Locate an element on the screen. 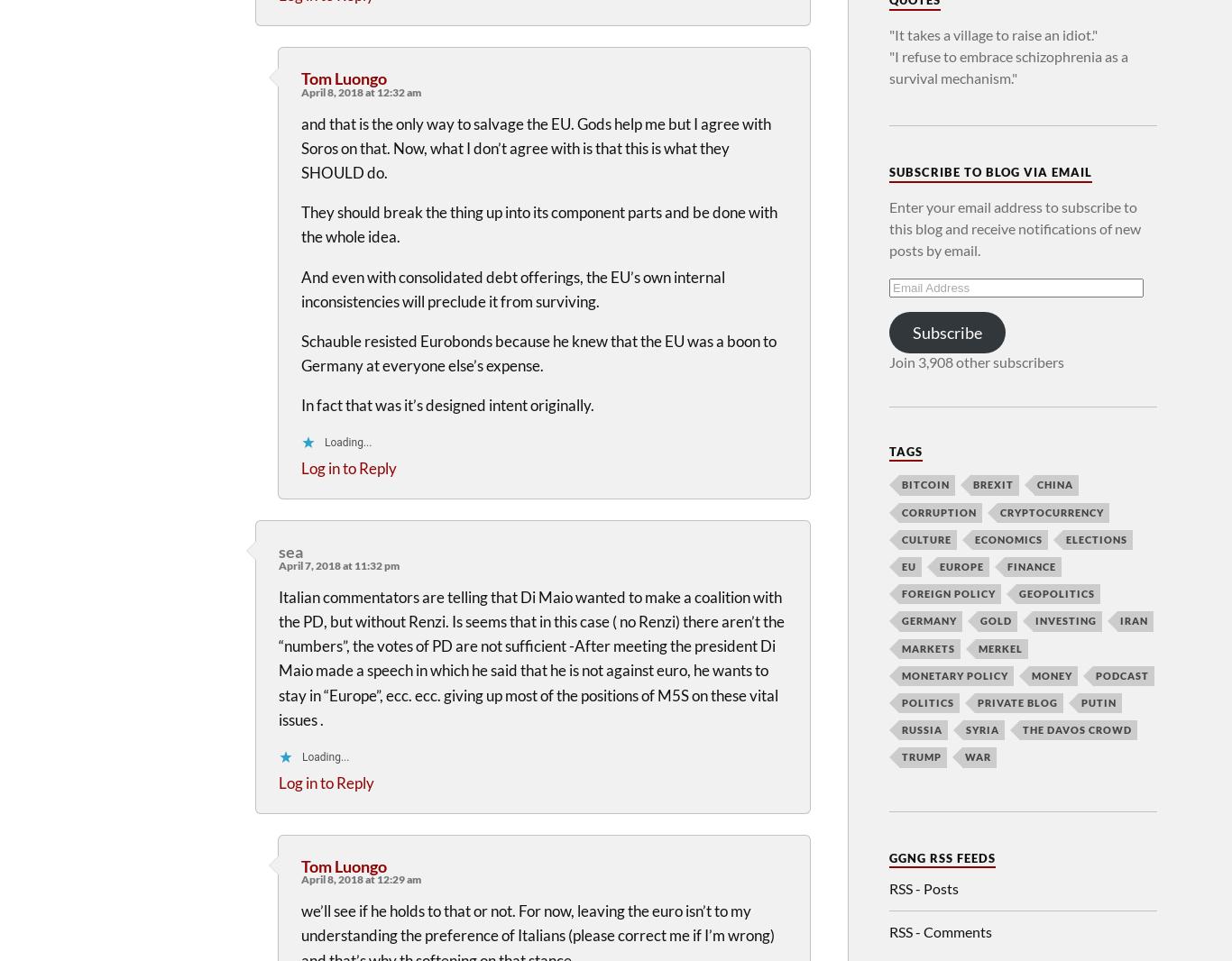 Image resolution: width=1232 pixels, height=961 pixels. 'Brexit' is located at coordinates (992, 483).